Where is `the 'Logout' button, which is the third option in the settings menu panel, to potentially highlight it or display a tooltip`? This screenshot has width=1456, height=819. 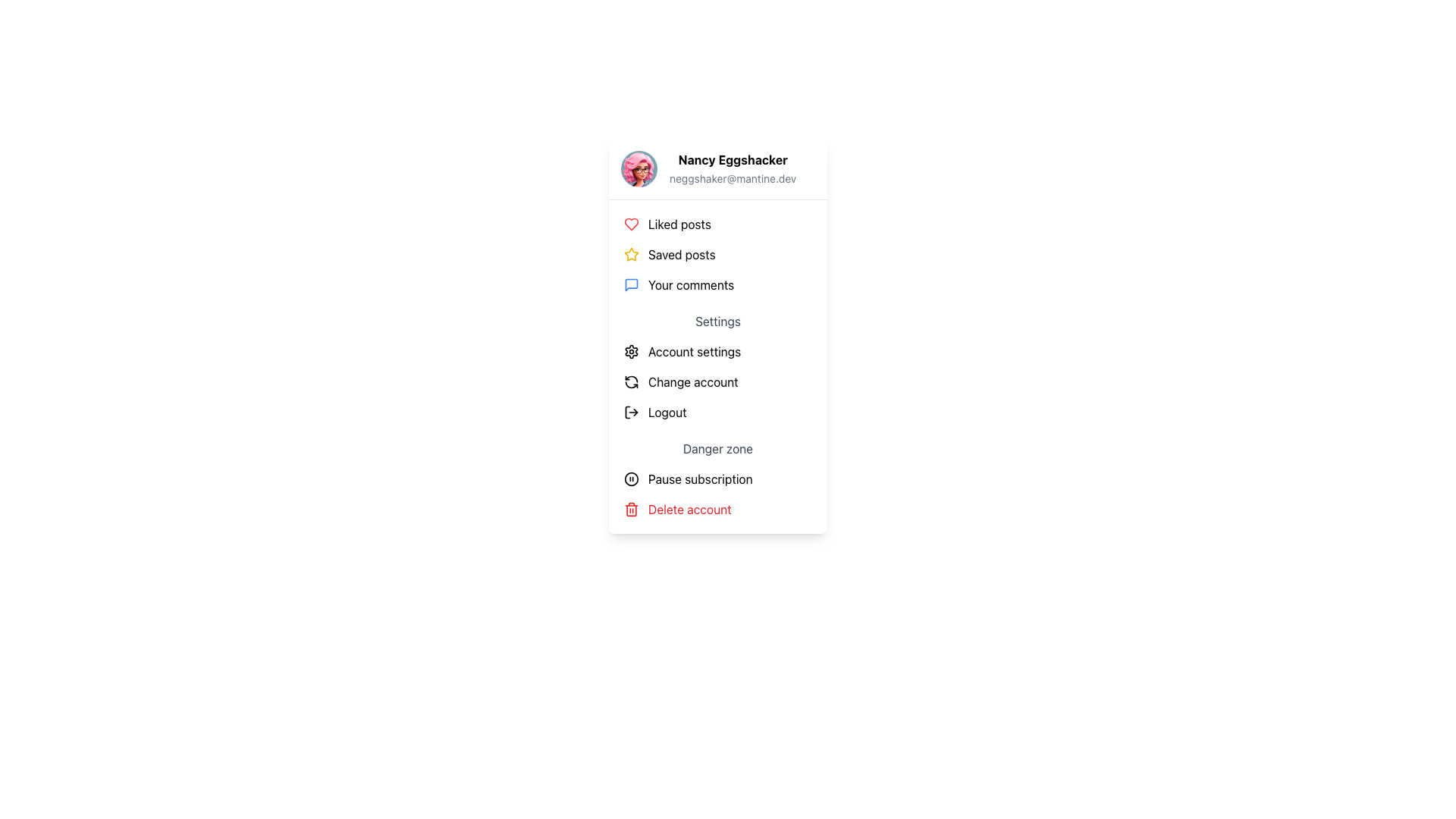
the 'Logout' button, which is the third option in the settings menu panel, to potentially highlight it or display a tooltip is located at coordinates (717, 412).